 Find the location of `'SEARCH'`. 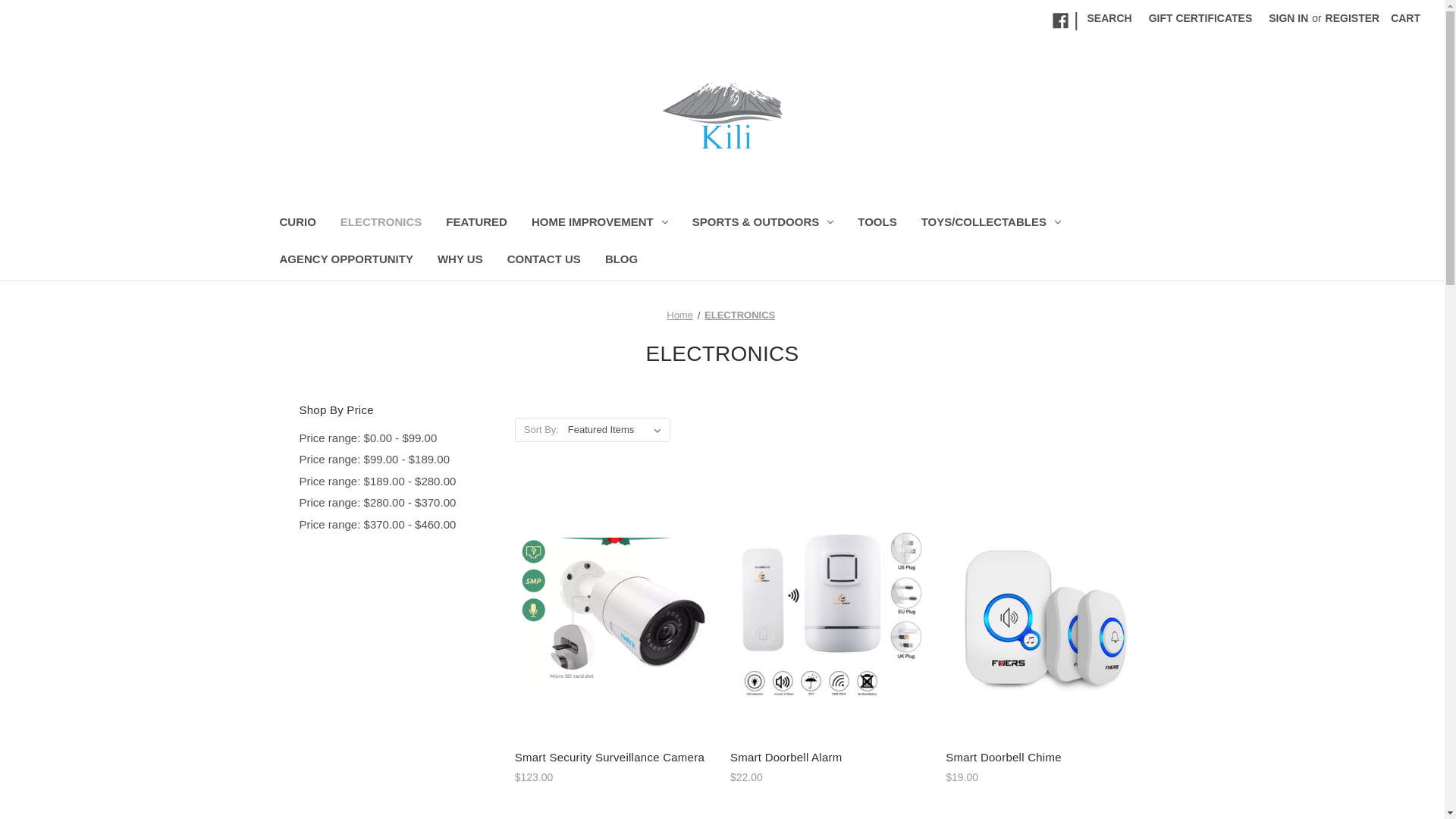

'SEARCH' is located at coordinates (1109, 18).